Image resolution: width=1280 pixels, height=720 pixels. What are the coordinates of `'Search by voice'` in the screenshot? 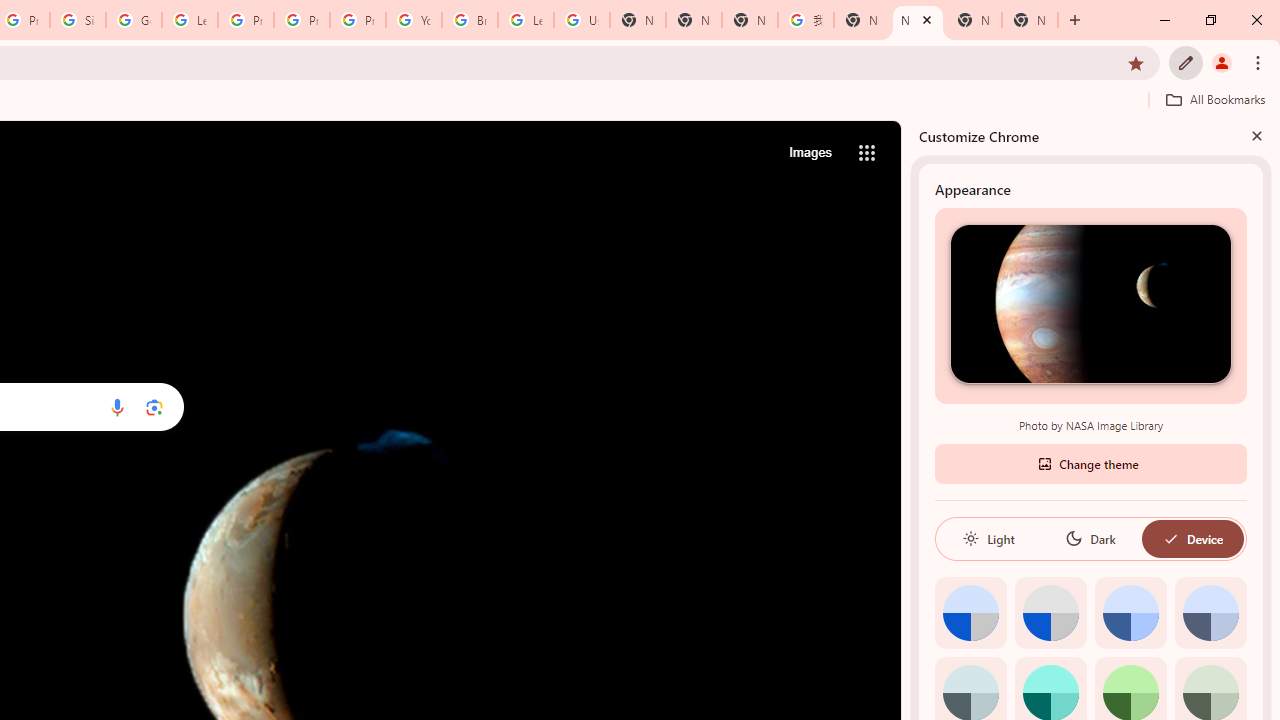 It's located at (116, 406).